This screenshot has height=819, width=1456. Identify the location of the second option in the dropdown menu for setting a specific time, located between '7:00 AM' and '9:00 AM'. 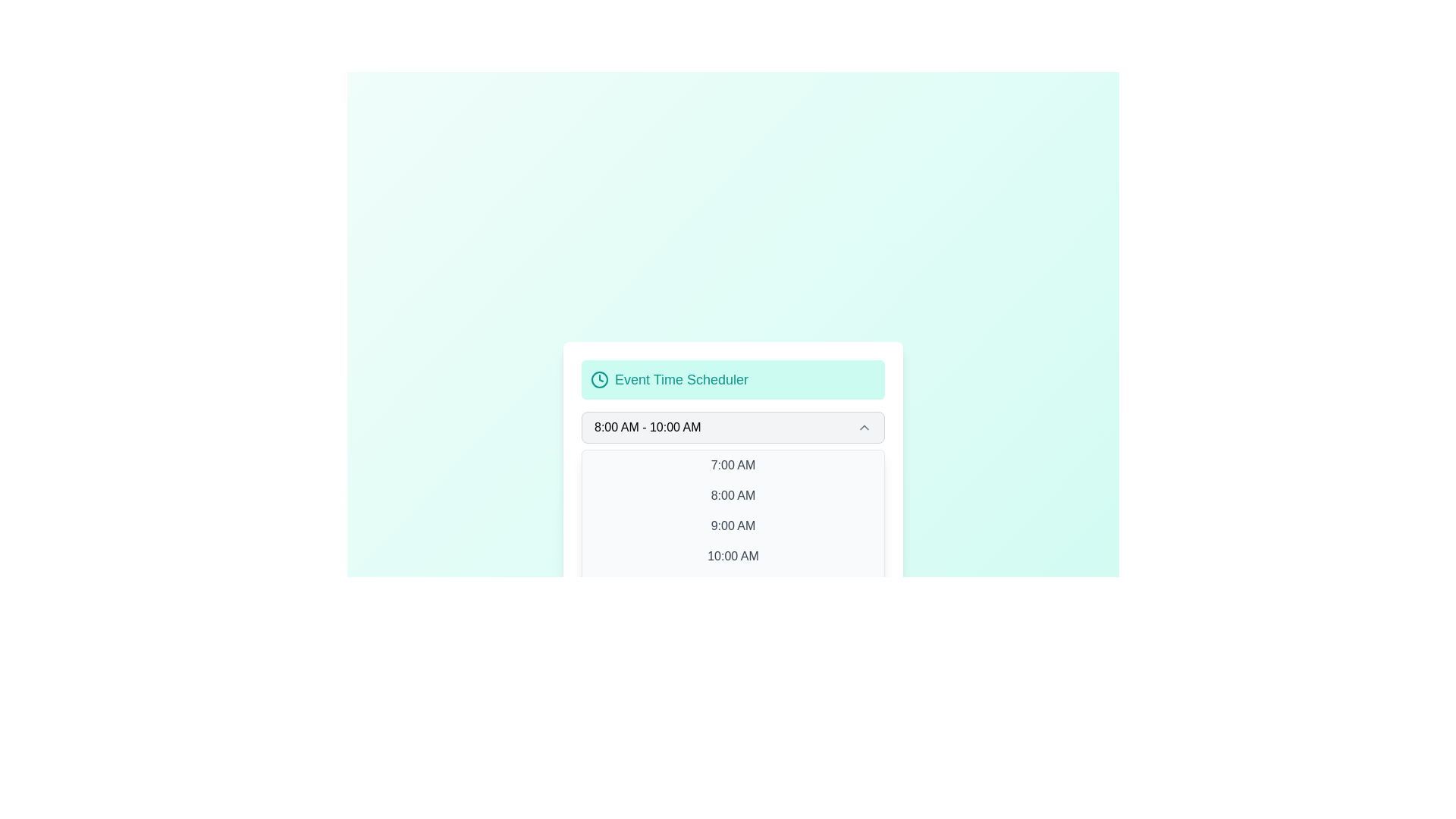
(733, 496).